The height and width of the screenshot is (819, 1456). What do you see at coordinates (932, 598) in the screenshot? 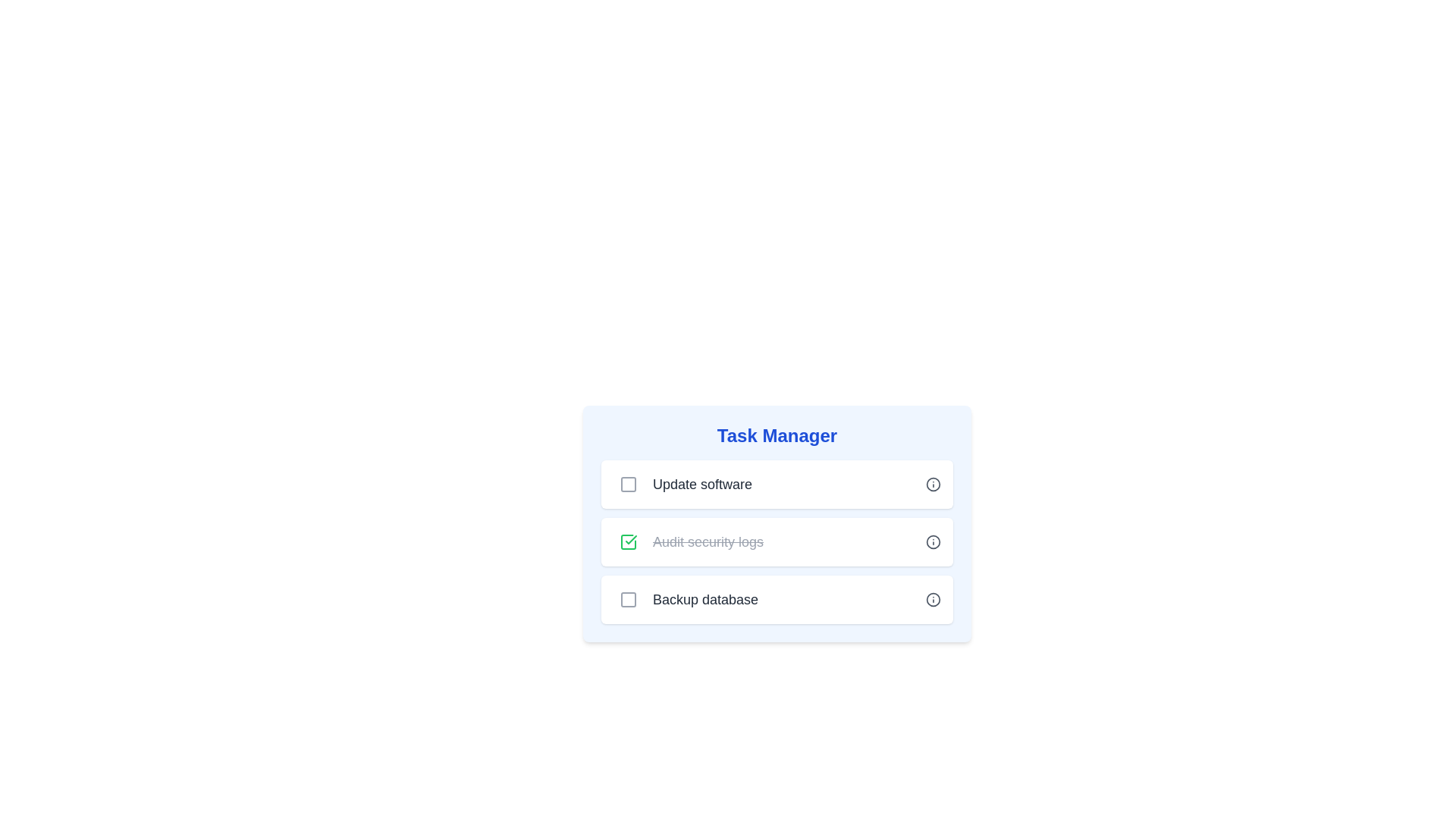
I see `the information icon button on the right side of the 'Backup database' row` at bounding box center [932, 598].